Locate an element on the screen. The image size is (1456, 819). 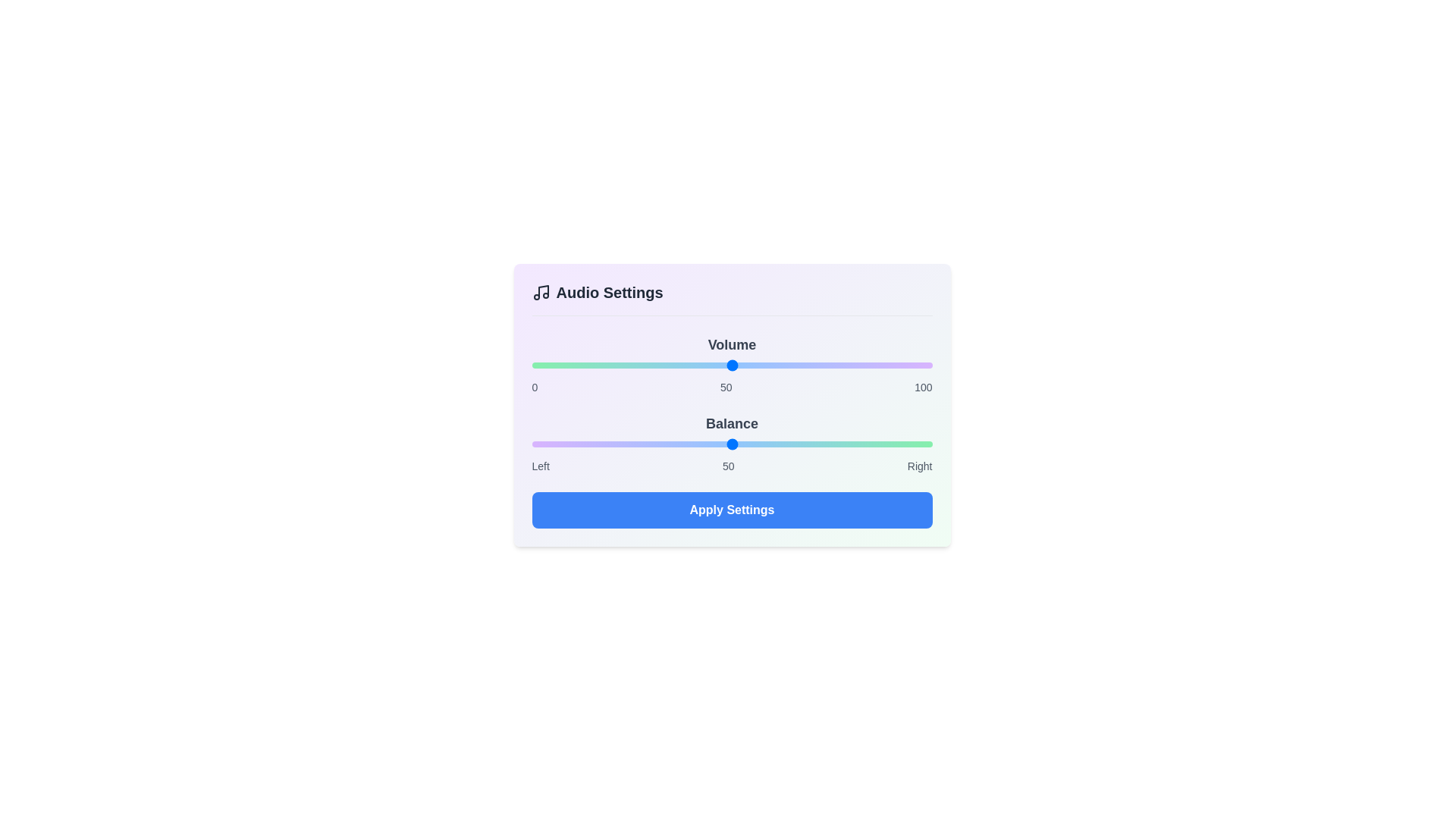
the volume level is located at coordinates (675, 366).